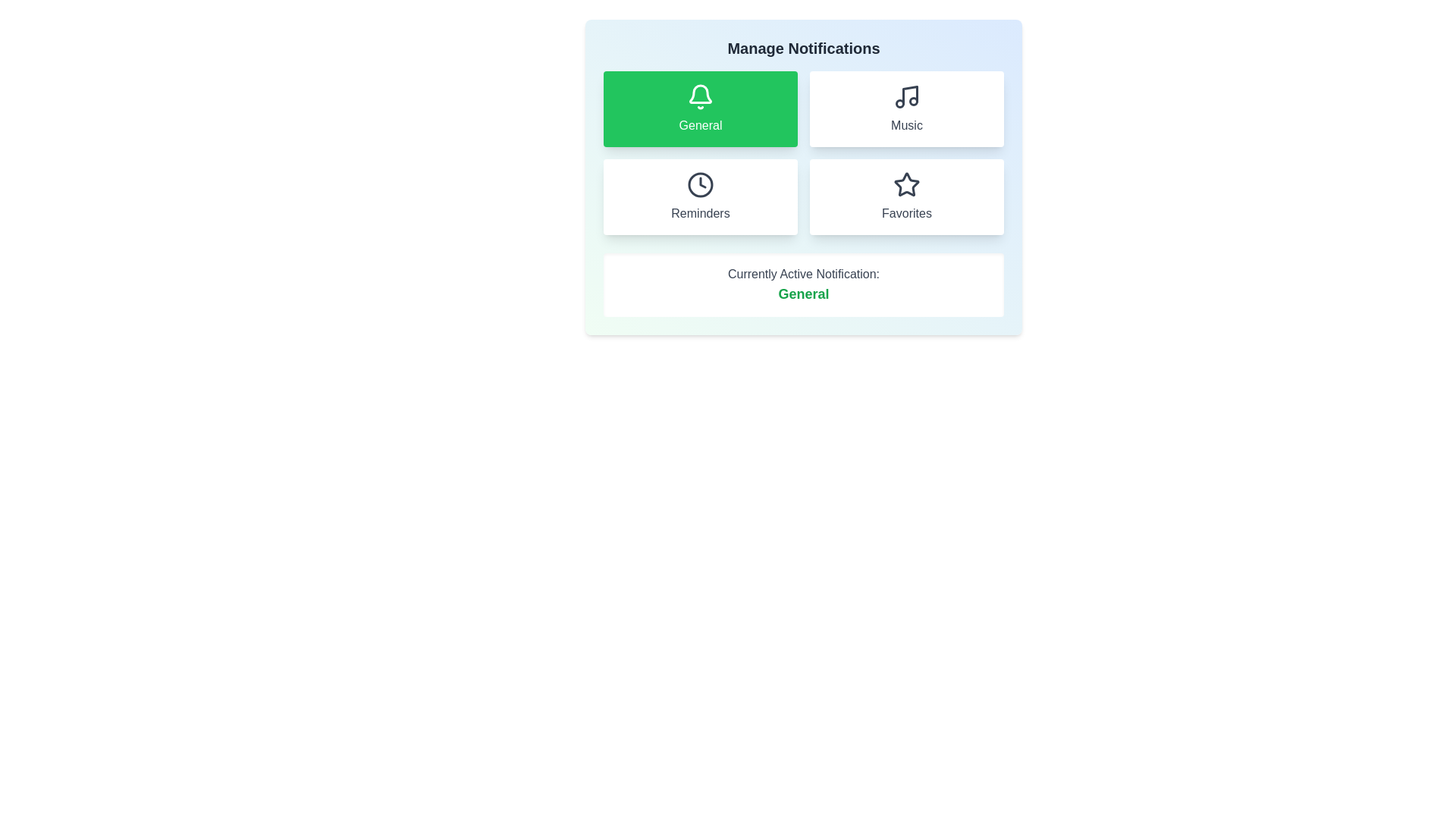 The width and height of the screenshot is (1456, 819). What do you see at coordinates (906, 108) in the screenshot?
I see `the notification category Music` at bounding box center [906, 108].